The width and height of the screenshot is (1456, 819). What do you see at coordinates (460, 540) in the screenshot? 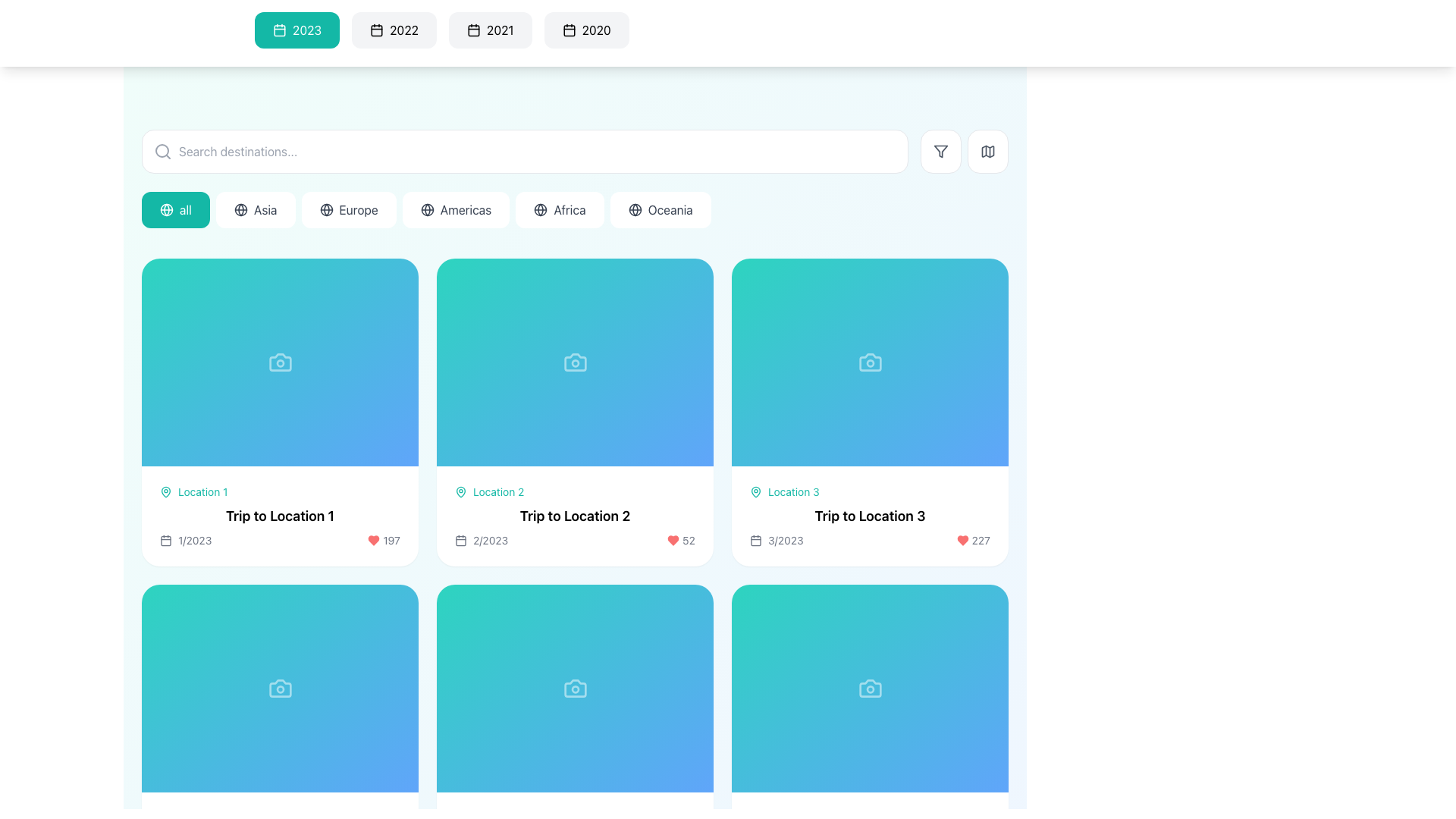
I see `the SVG Rectangle that is part of the calendar icon in the second trip card associated with 'Trip to Location 2.'` at bounding box center [460, 540].